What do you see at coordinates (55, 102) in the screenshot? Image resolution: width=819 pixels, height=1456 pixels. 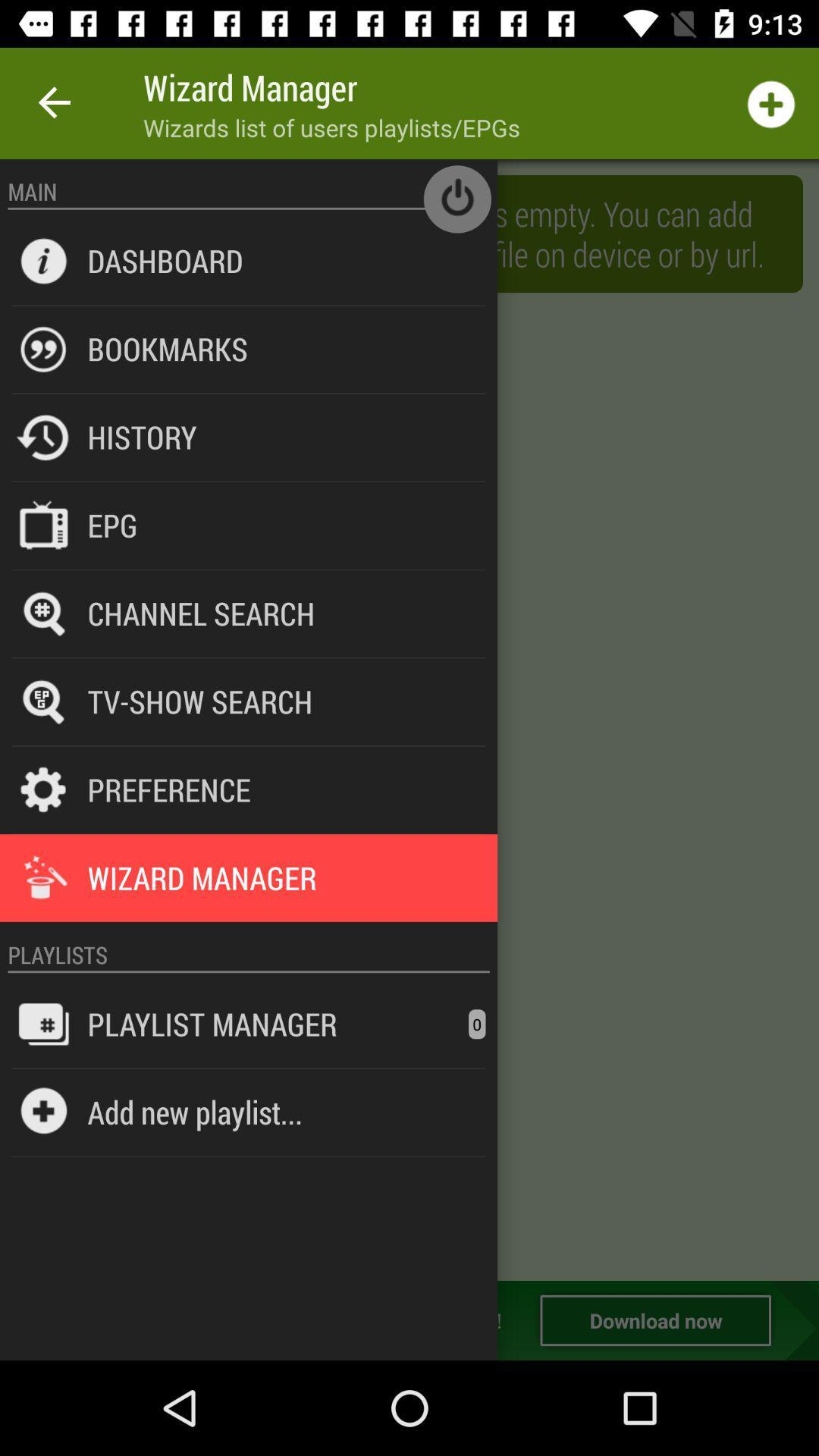 I see `item to the left of the wizard manager icon` at bounding box center [55, 102].